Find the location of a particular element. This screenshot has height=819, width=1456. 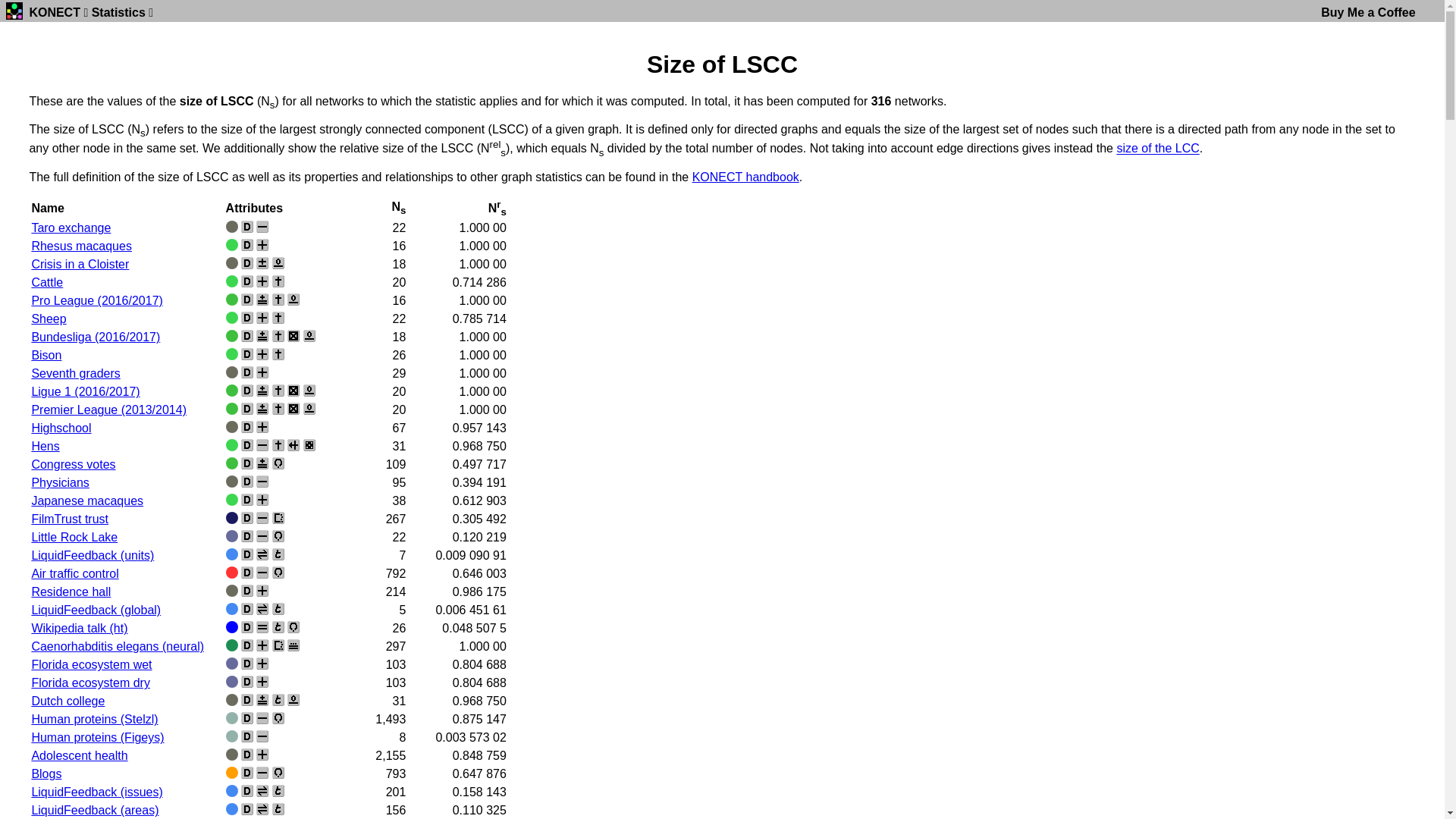

'Residence hall' is located at coordinates (70, 591).